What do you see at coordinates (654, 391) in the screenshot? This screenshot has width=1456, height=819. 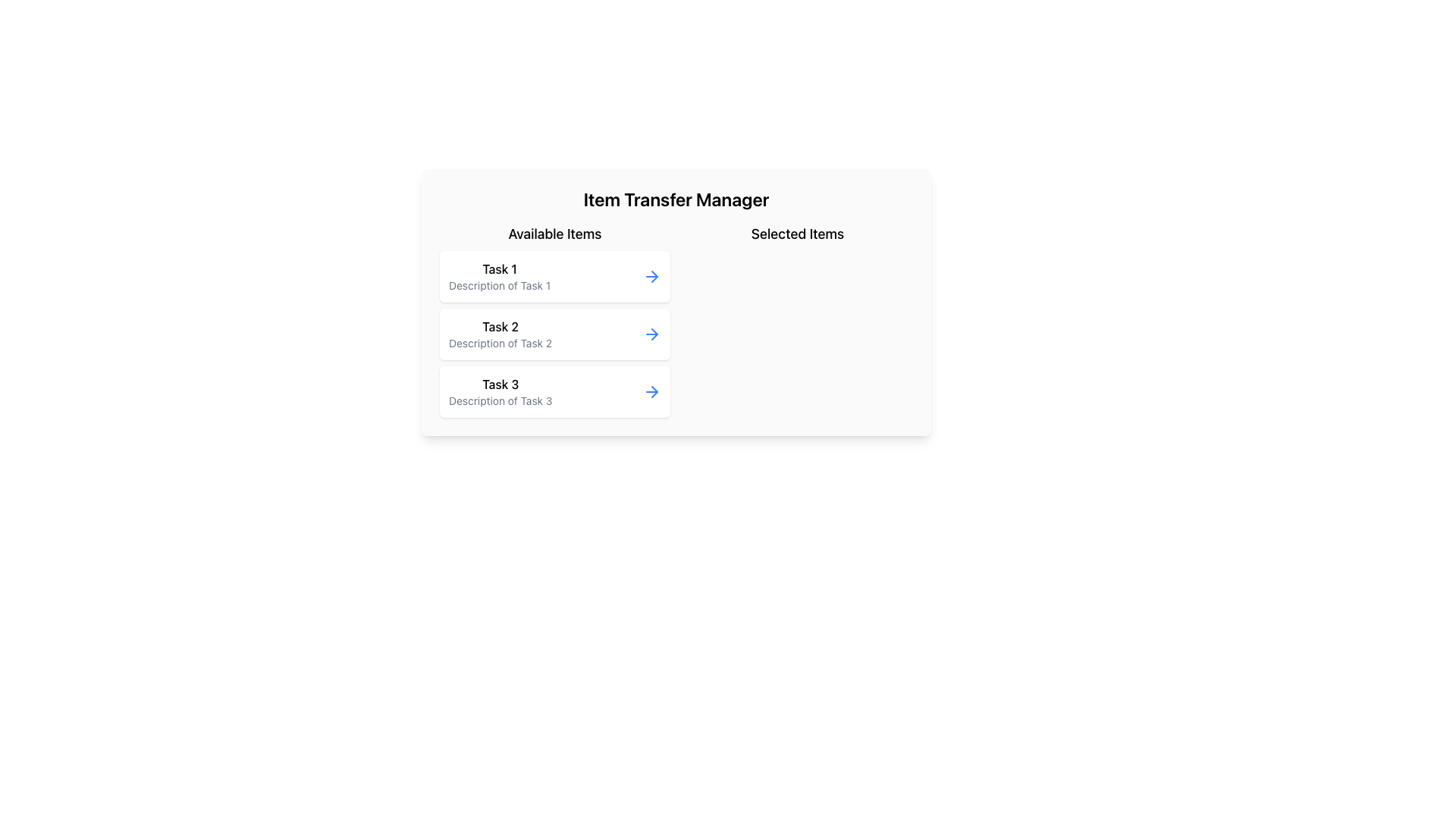 I see `the arrowhead icon located at the far right of the 'Task 2' card in the 'Available Items' list` at bounding box center [654, 391].